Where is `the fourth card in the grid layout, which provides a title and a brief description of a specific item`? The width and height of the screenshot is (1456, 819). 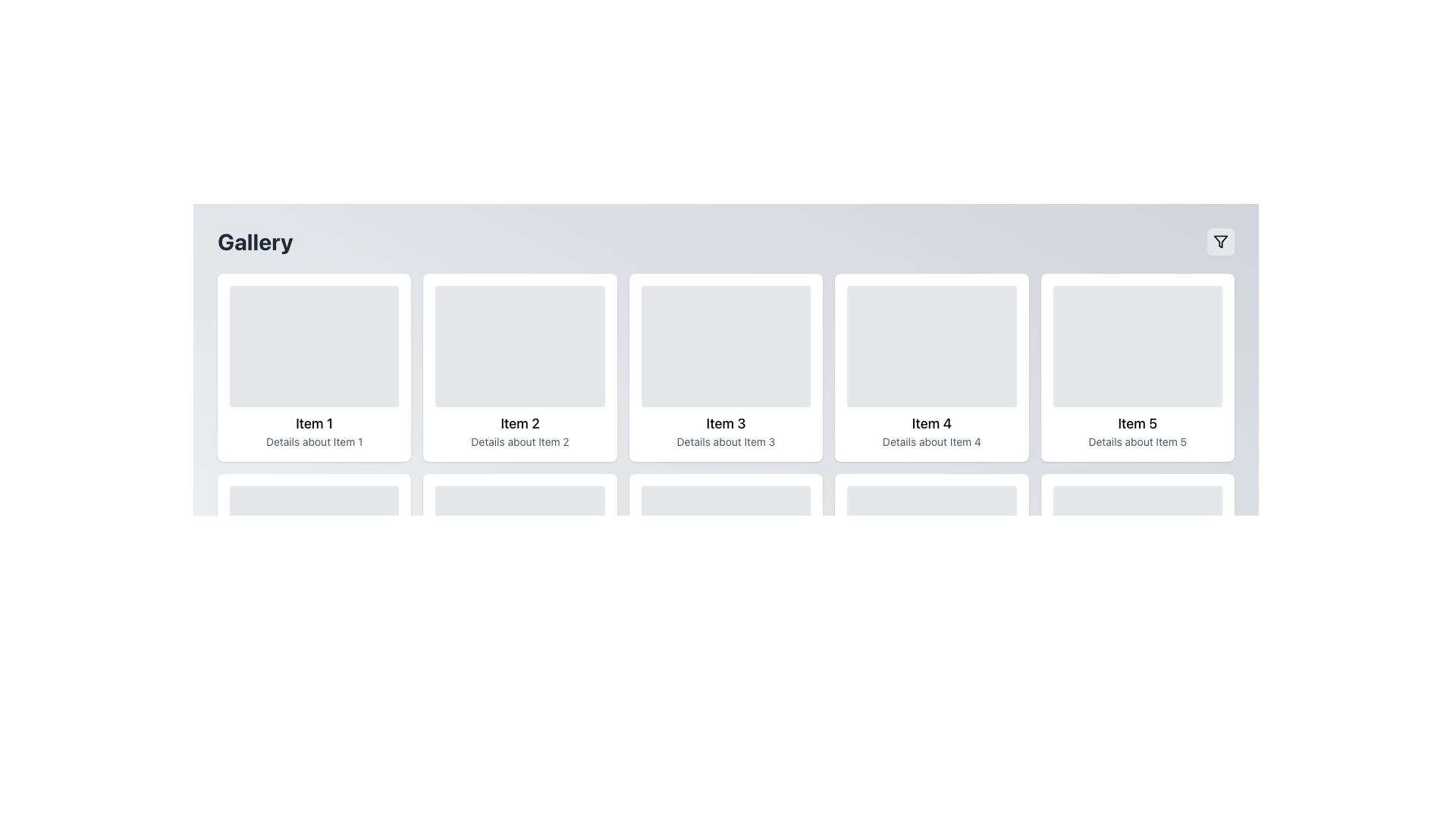
the fourth card in the grid layout, which provides a title and a brief description of a specific item is located at coordinates (930, 368).